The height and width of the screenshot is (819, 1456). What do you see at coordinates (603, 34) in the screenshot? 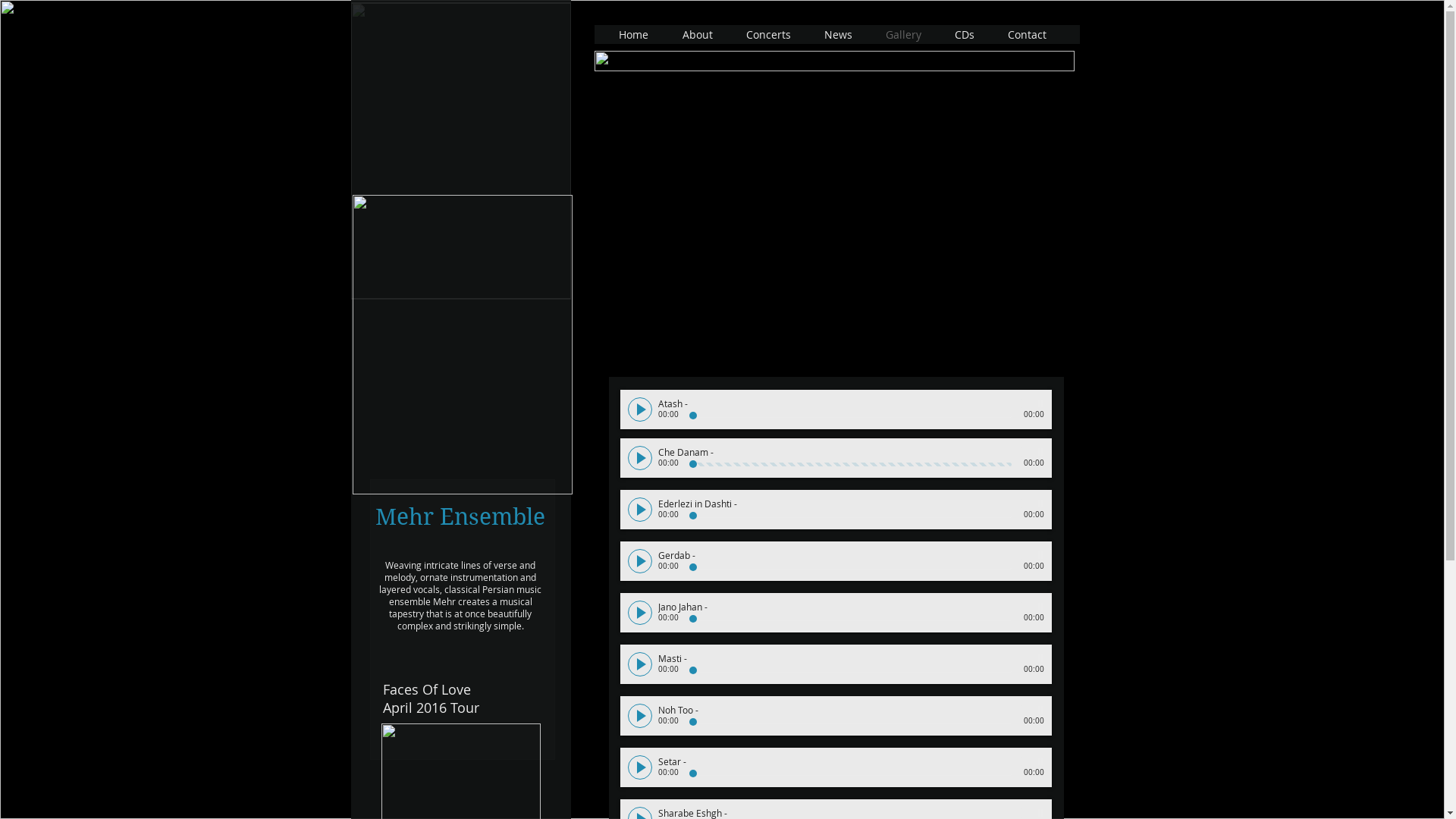
I see `'Home'` at bounding box center [603, 34].